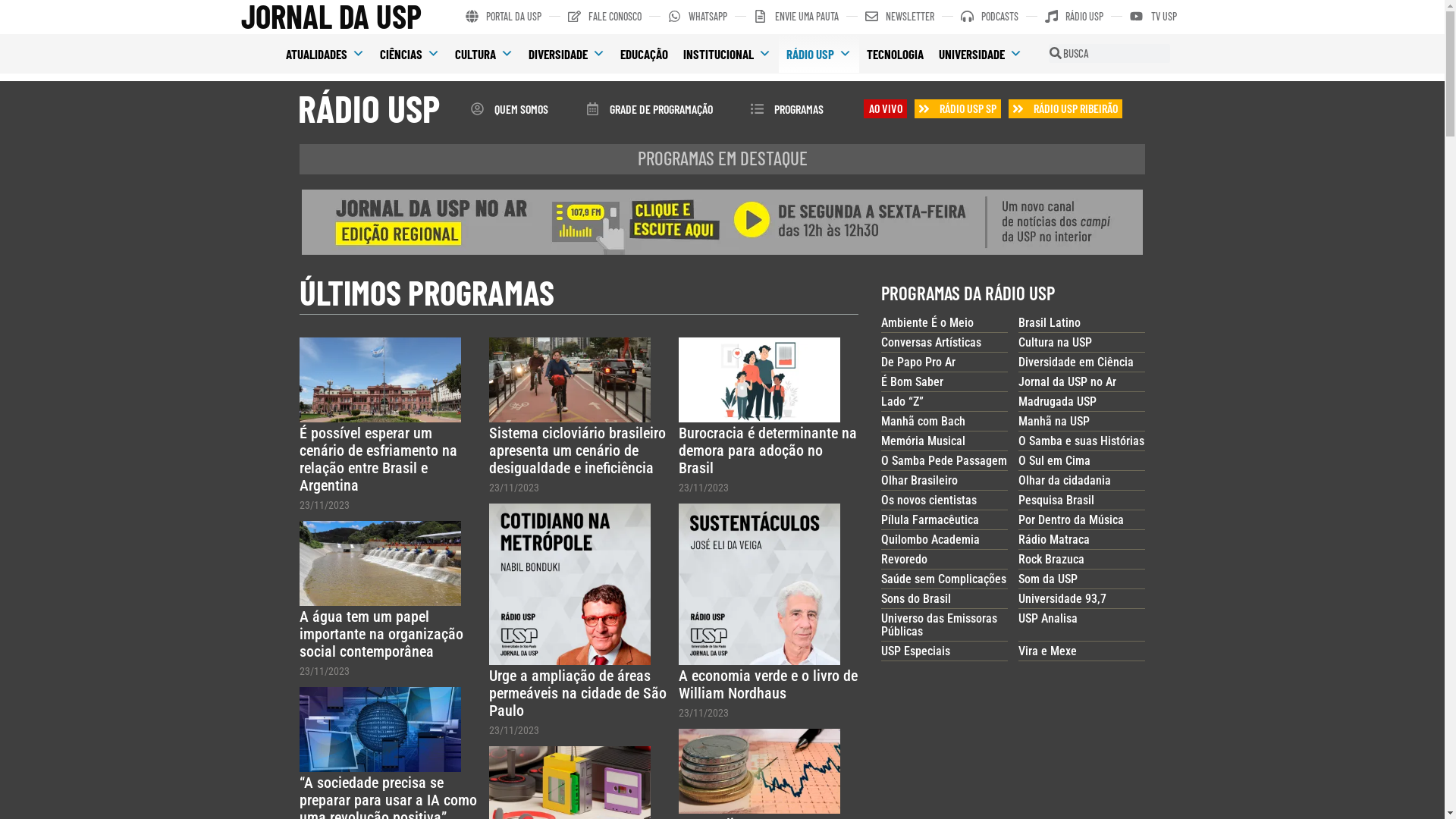 This screenshot has width=1456, height=819. I want to click on 'Brasil Latino', so click(1048, 322).